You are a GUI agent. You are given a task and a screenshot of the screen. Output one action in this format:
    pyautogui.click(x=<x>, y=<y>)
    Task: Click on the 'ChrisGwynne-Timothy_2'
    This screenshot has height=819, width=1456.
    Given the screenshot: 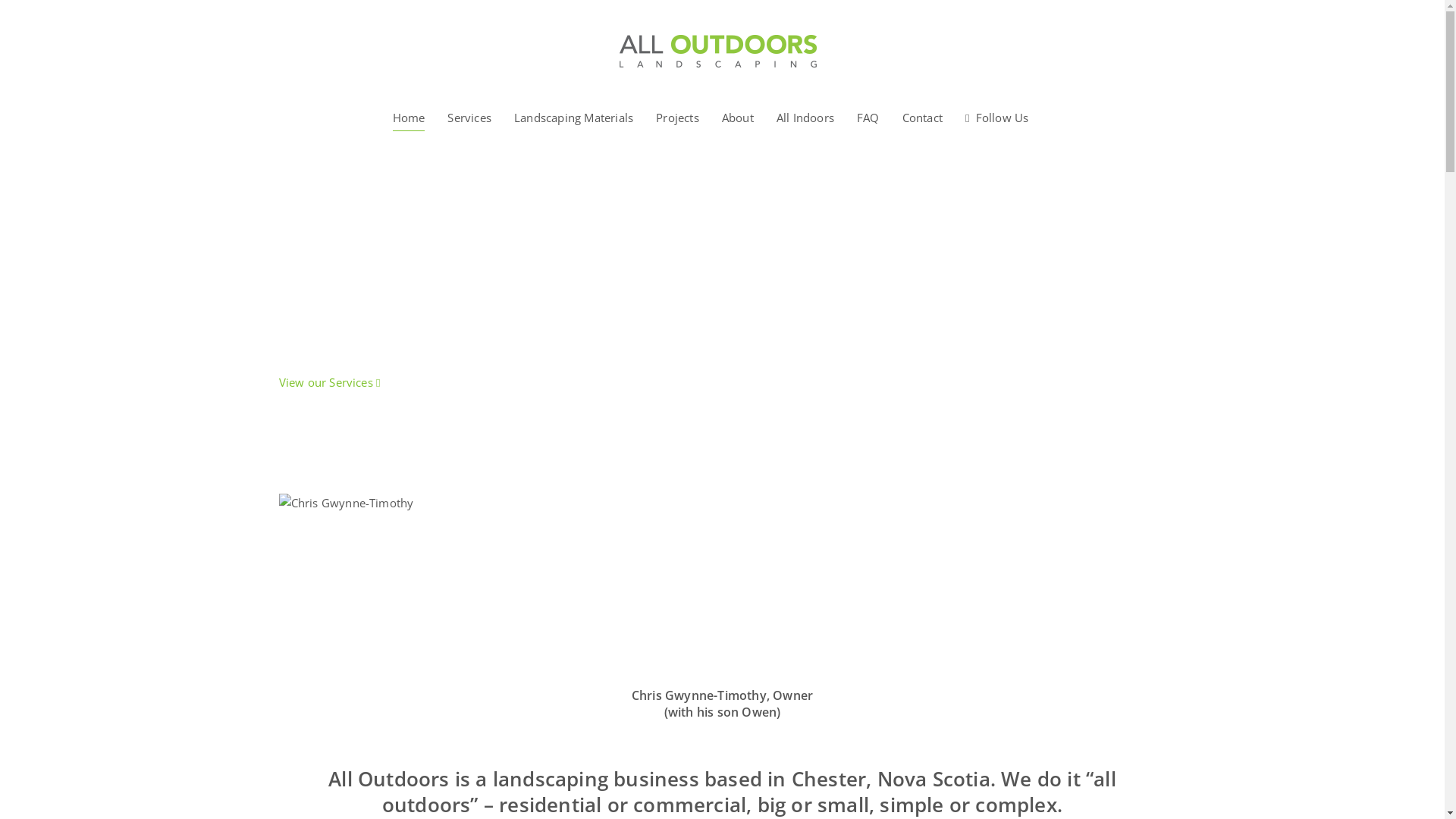 What is the action you would take?
    pyautogui.click(x=368, y=582)
    